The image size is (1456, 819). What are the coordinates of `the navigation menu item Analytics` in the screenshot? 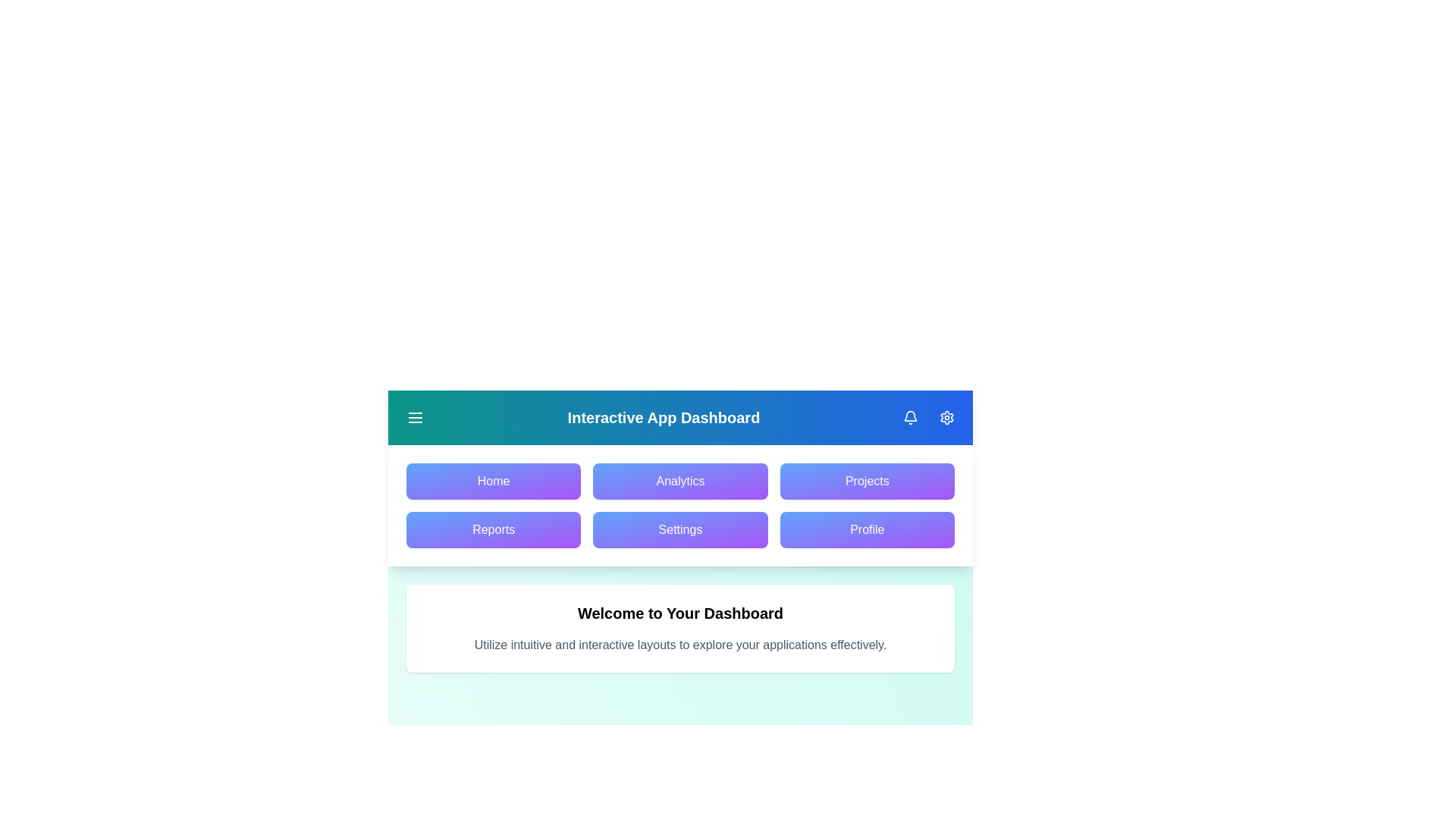 It's located at (679, 482).